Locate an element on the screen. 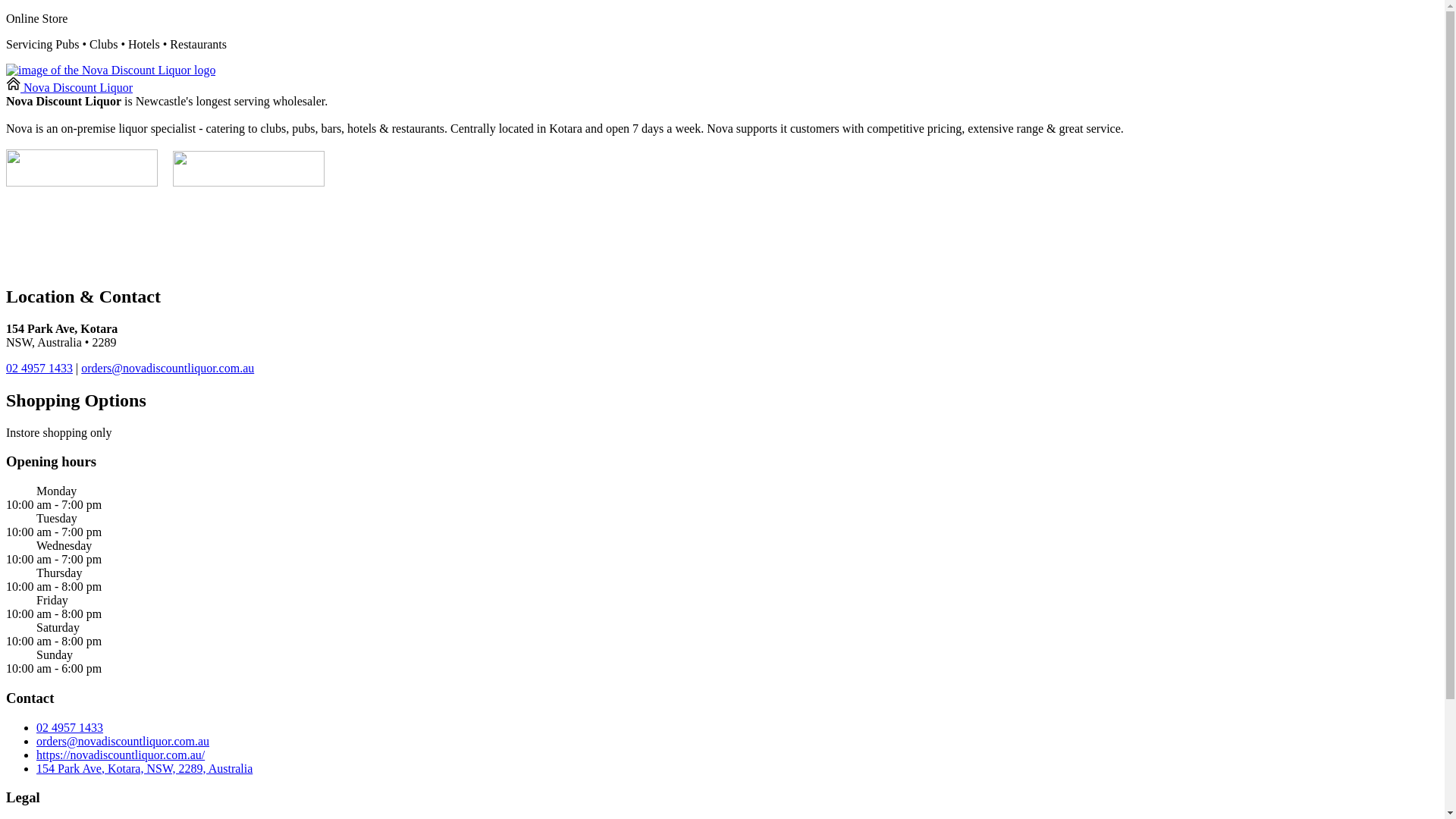  'orders@novadiscountliquor.com.au' is located at coordinates (167, 368).